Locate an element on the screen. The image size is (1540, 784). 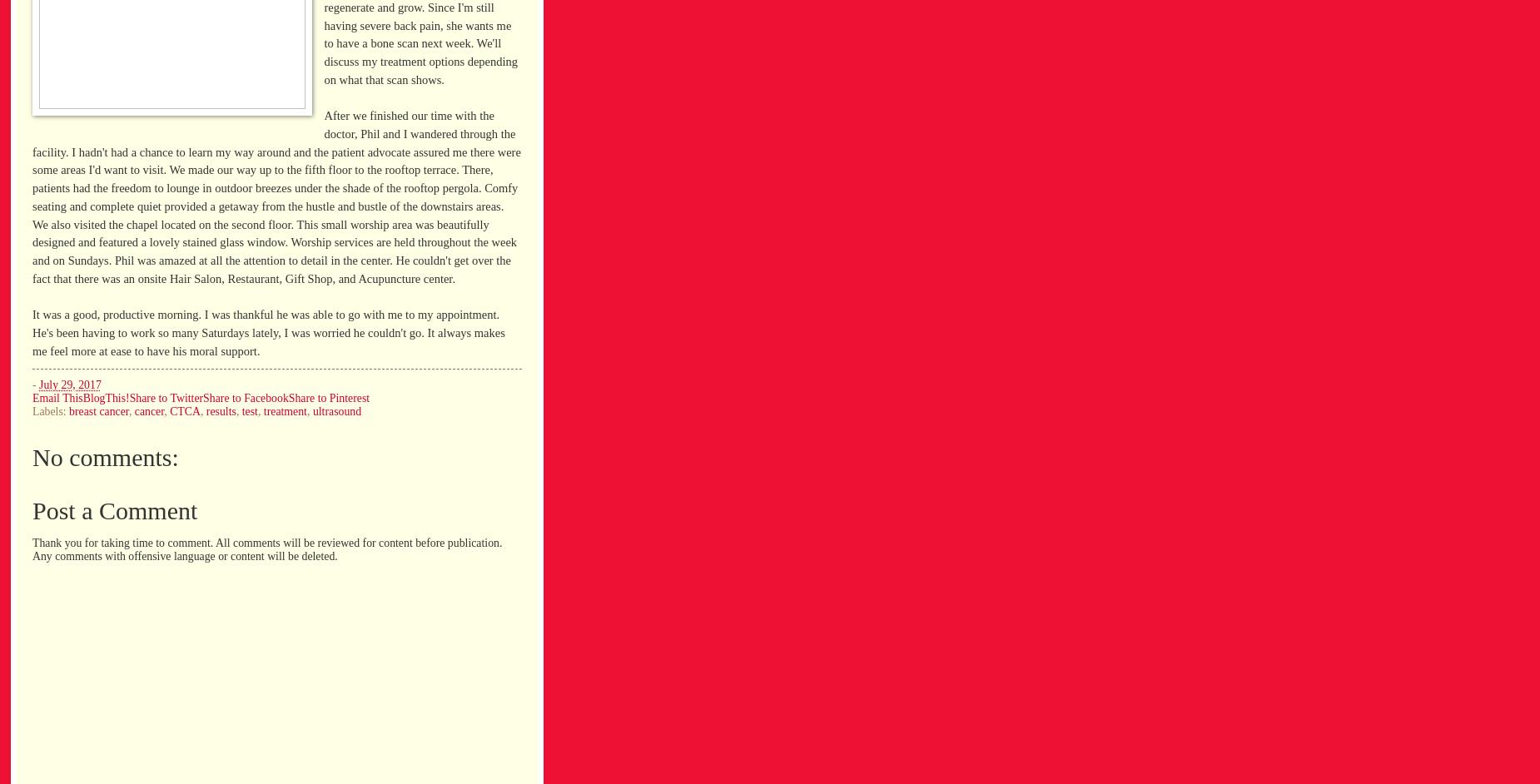
'Share to Pinterest' is located at coordinates (286, 398).